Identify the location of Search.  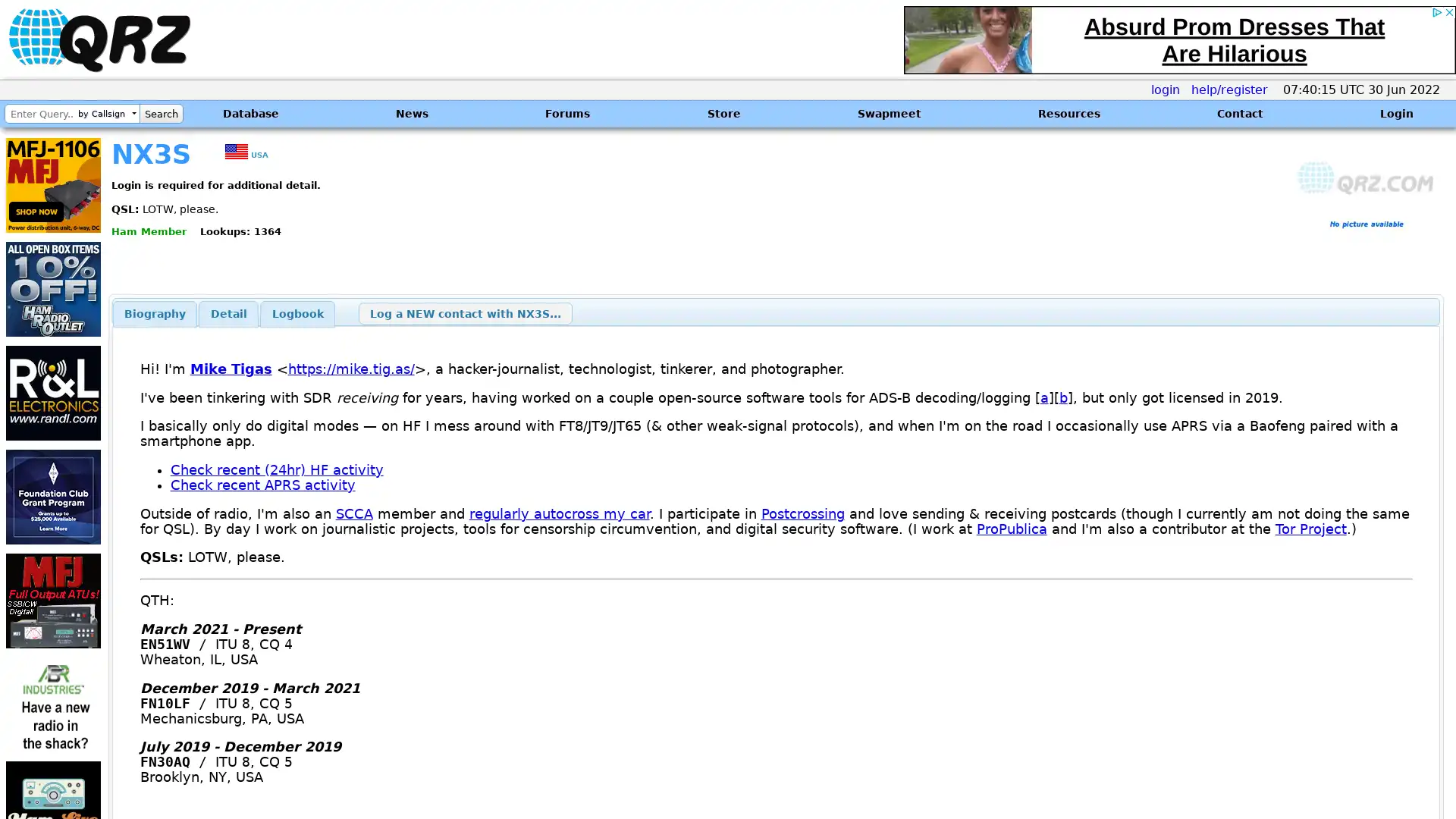
(161, 113).